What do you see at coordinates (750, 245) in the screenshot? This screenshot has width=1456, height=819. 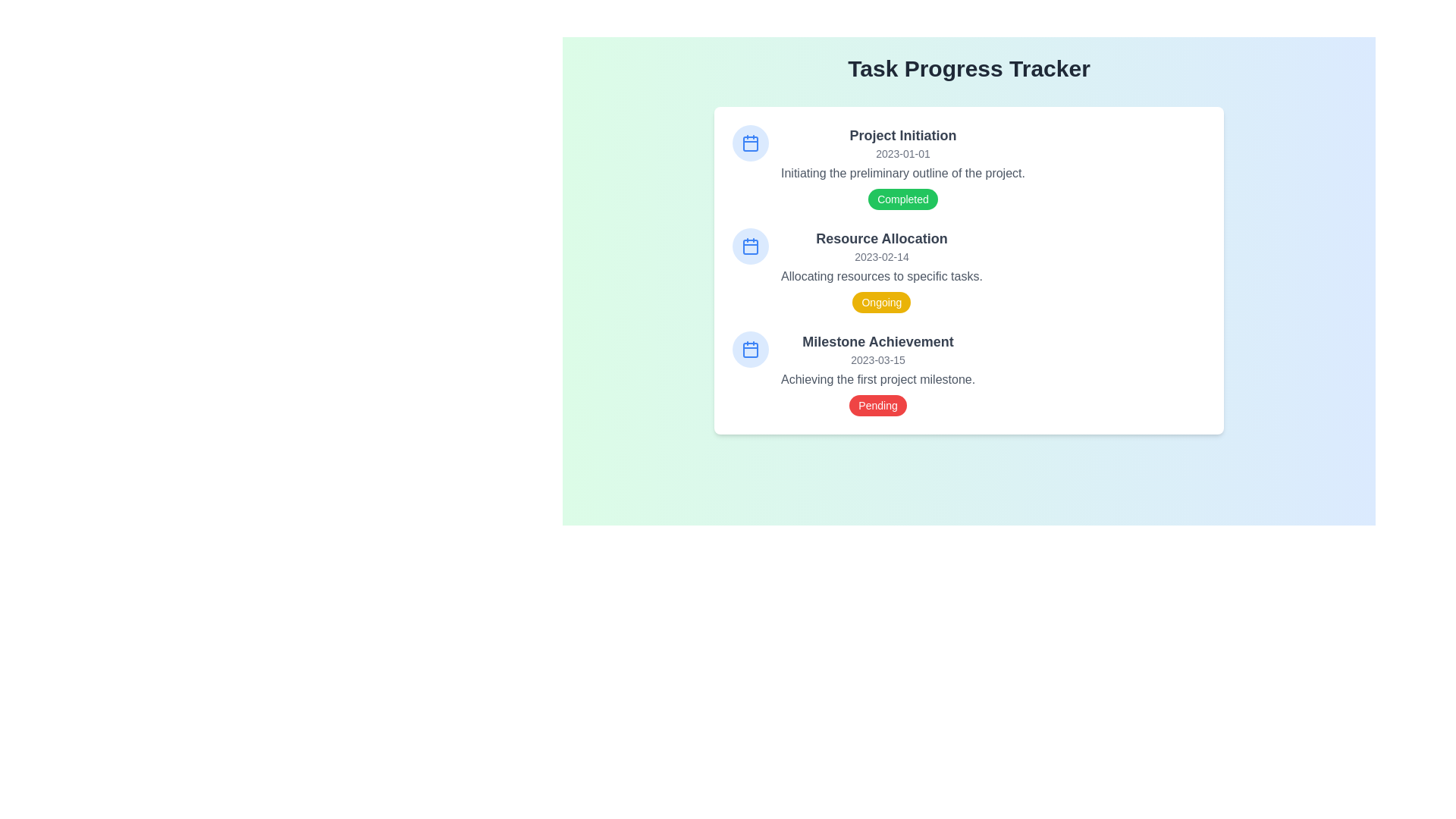 I see `the calendar icon associated with the 'Resource Allocation' task` at bounding box center [750, 245].